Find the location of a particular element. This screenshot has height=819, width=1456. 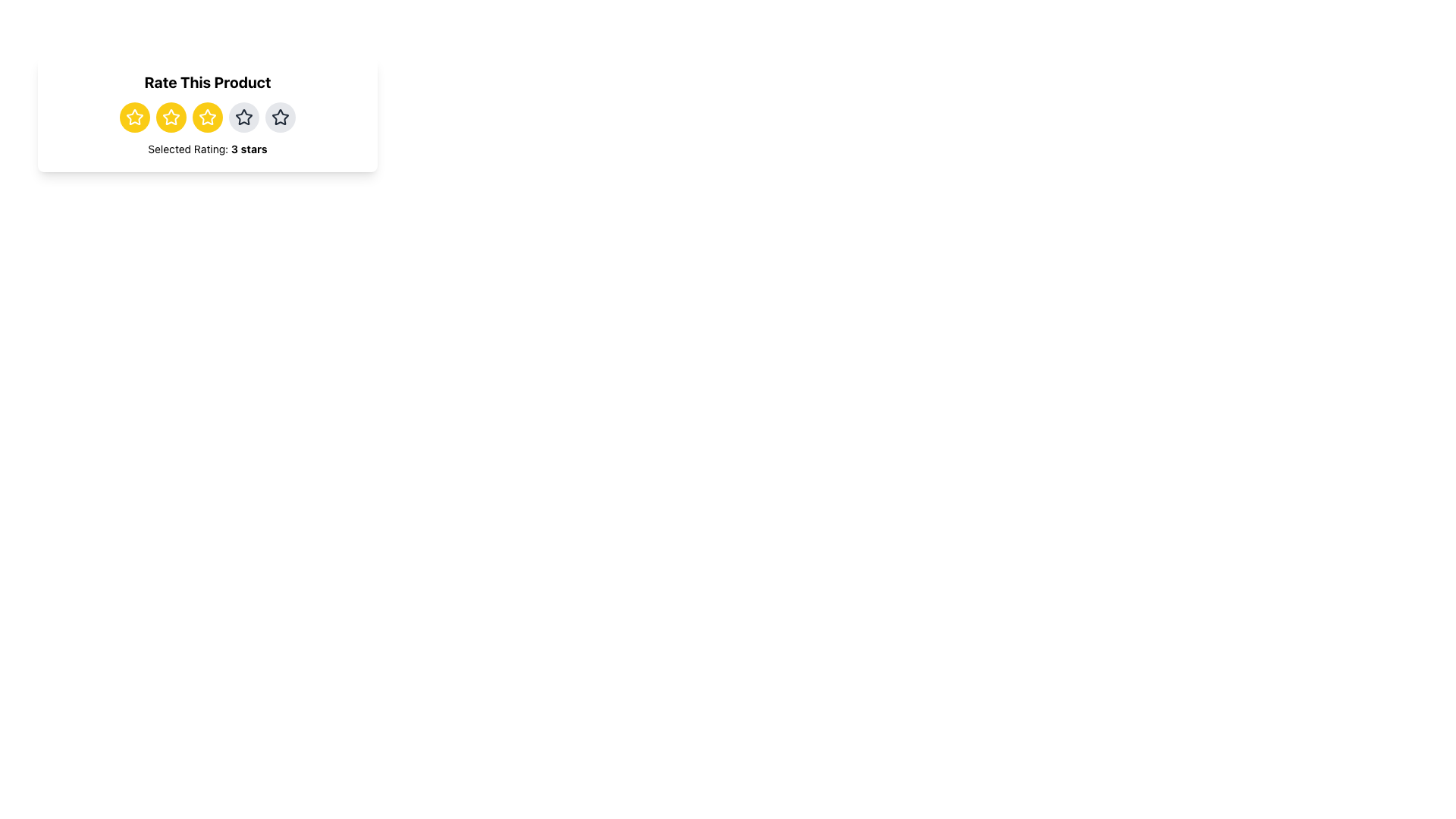

the Text Label that serves as a heading for rating an item or service, positioned at the top of a rectangular card-like section is located at coordinates (206, 82).